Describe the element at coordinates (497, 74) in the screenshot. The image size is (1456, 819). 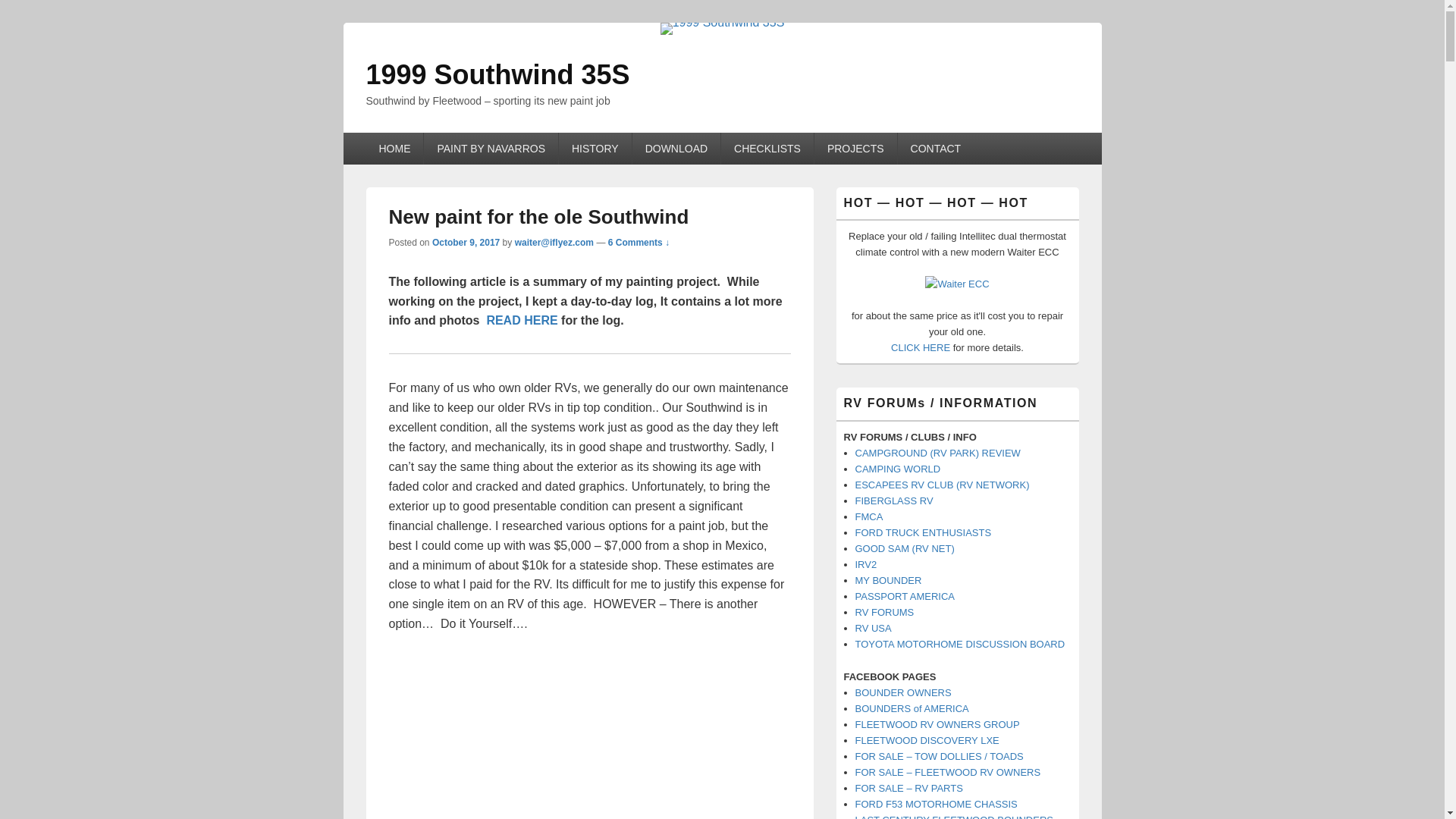
I see `'1999 Southwind 35S'` at that location.